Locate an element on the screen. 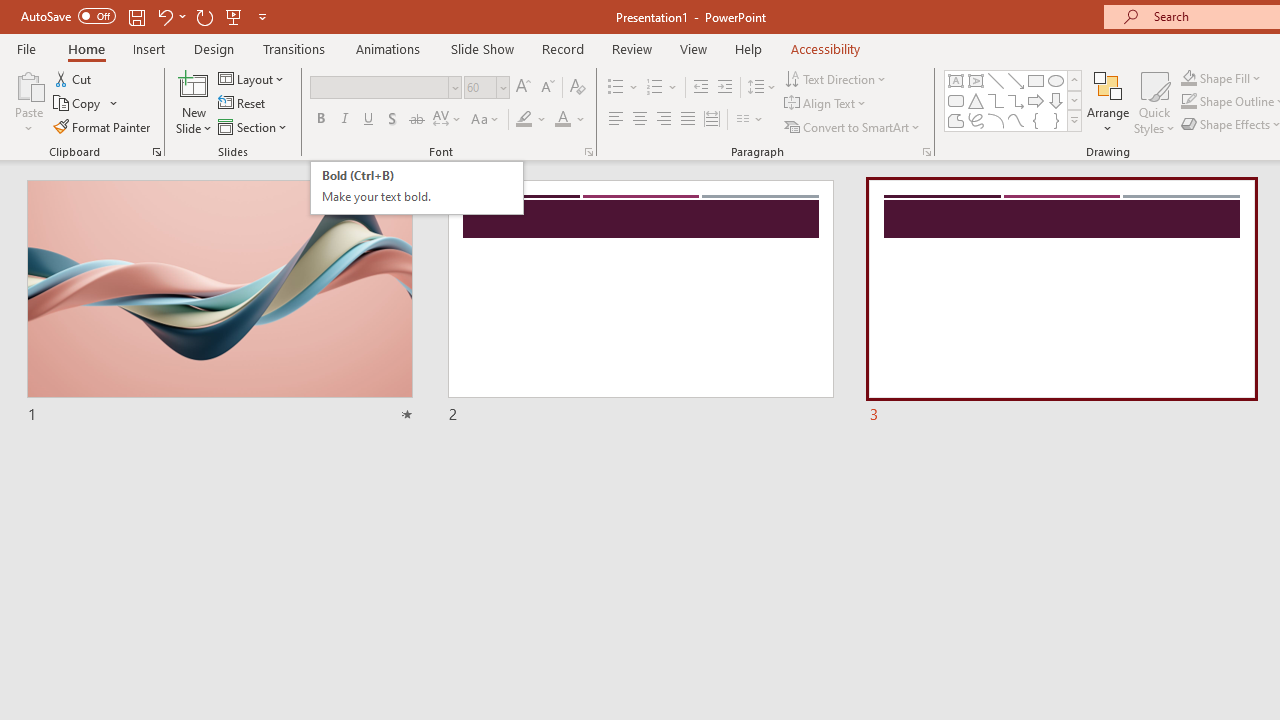  'Character Spacing' is located at coordinates (447, 119).